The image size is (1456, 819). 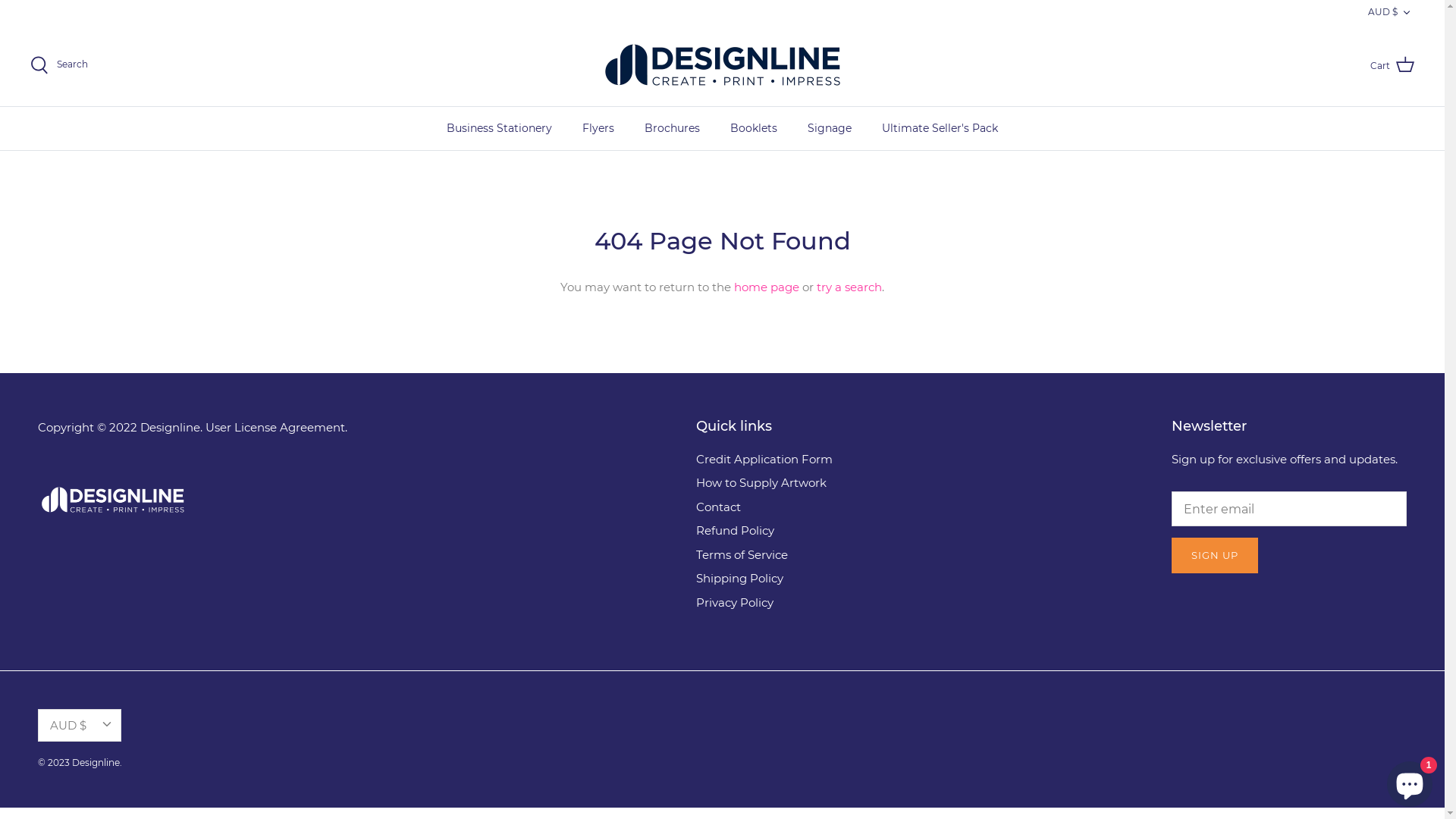 What do you see at coordinates (722, 64) in the screenshot?
I see `'Designline'` at bounding box center [722, 64].